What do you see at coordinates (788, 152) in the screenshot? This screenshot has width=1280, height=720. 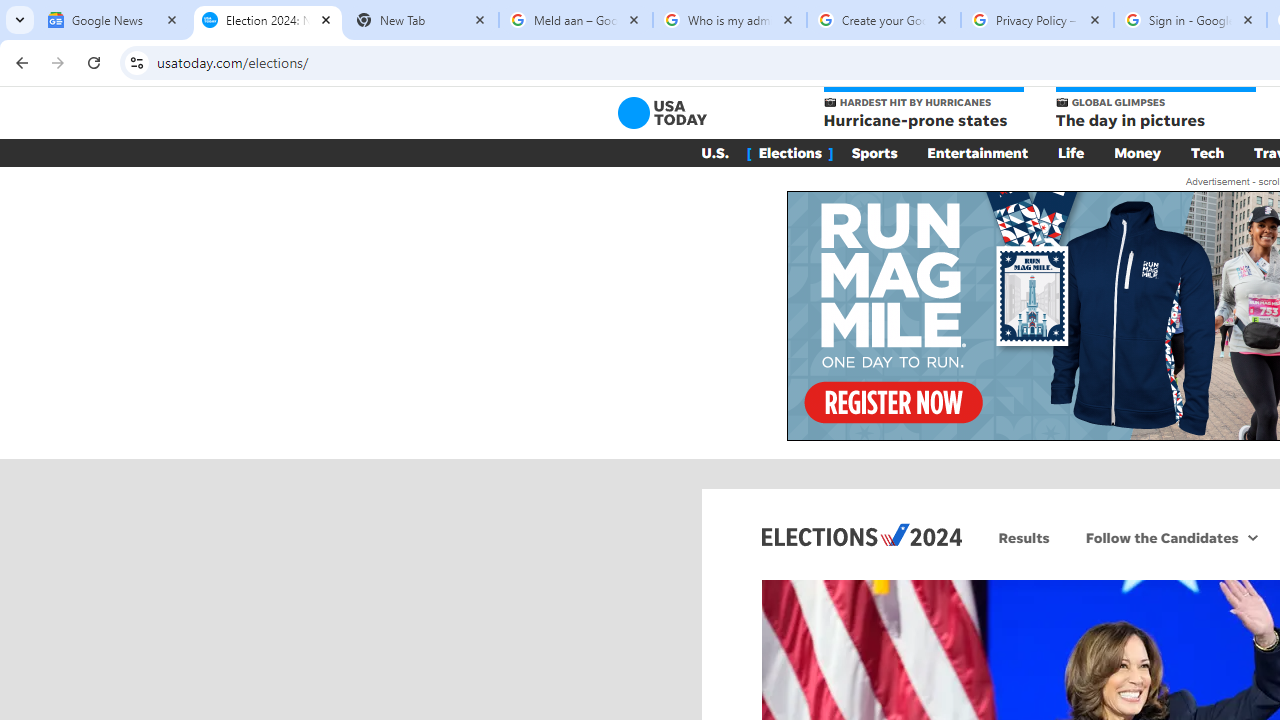 I see `'[ Elections ]'` at bounding box center [788, 152].